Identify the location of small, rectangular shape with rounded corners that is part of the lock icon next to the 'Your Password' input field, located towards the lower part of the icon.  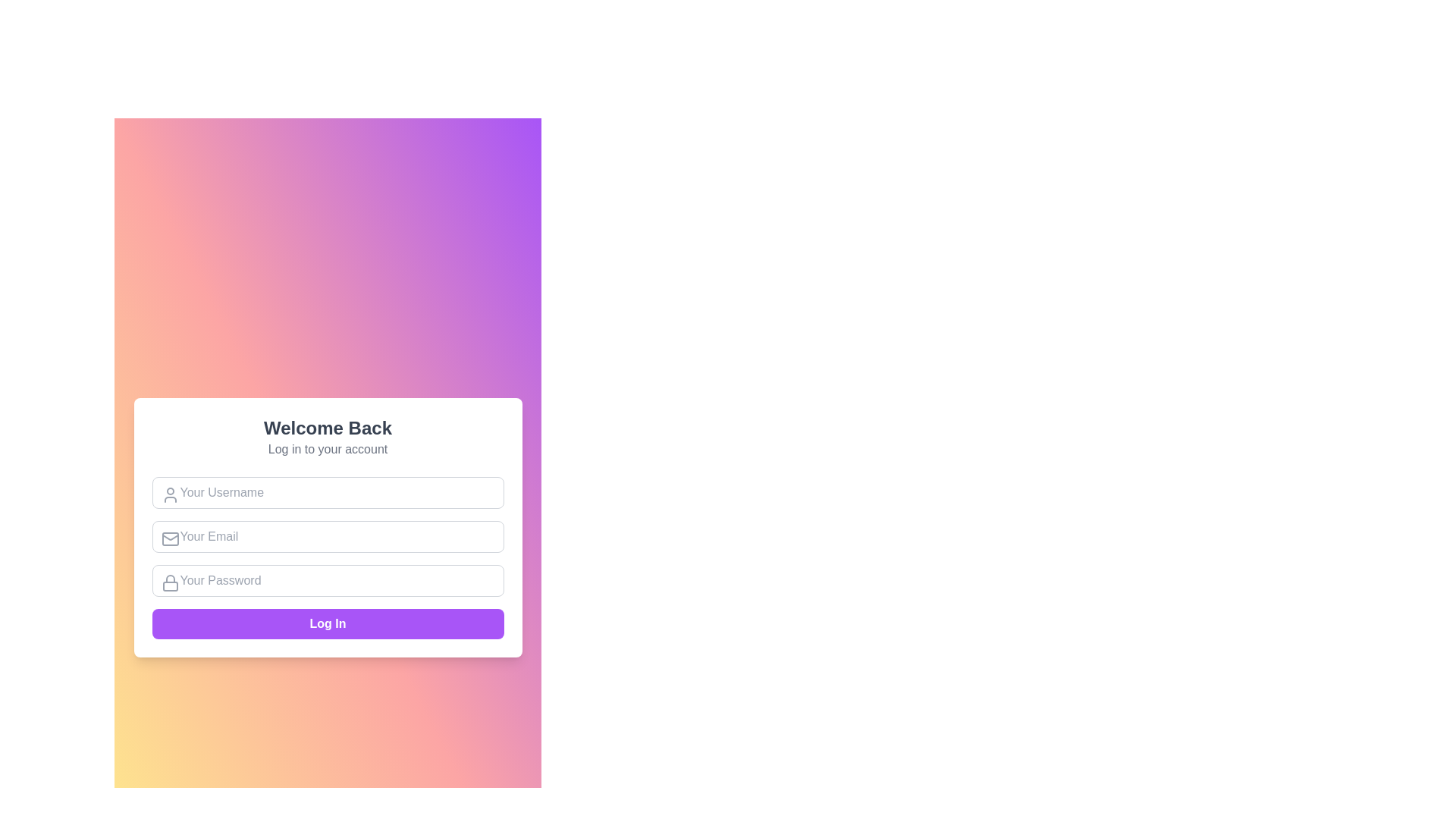
(170, 585).